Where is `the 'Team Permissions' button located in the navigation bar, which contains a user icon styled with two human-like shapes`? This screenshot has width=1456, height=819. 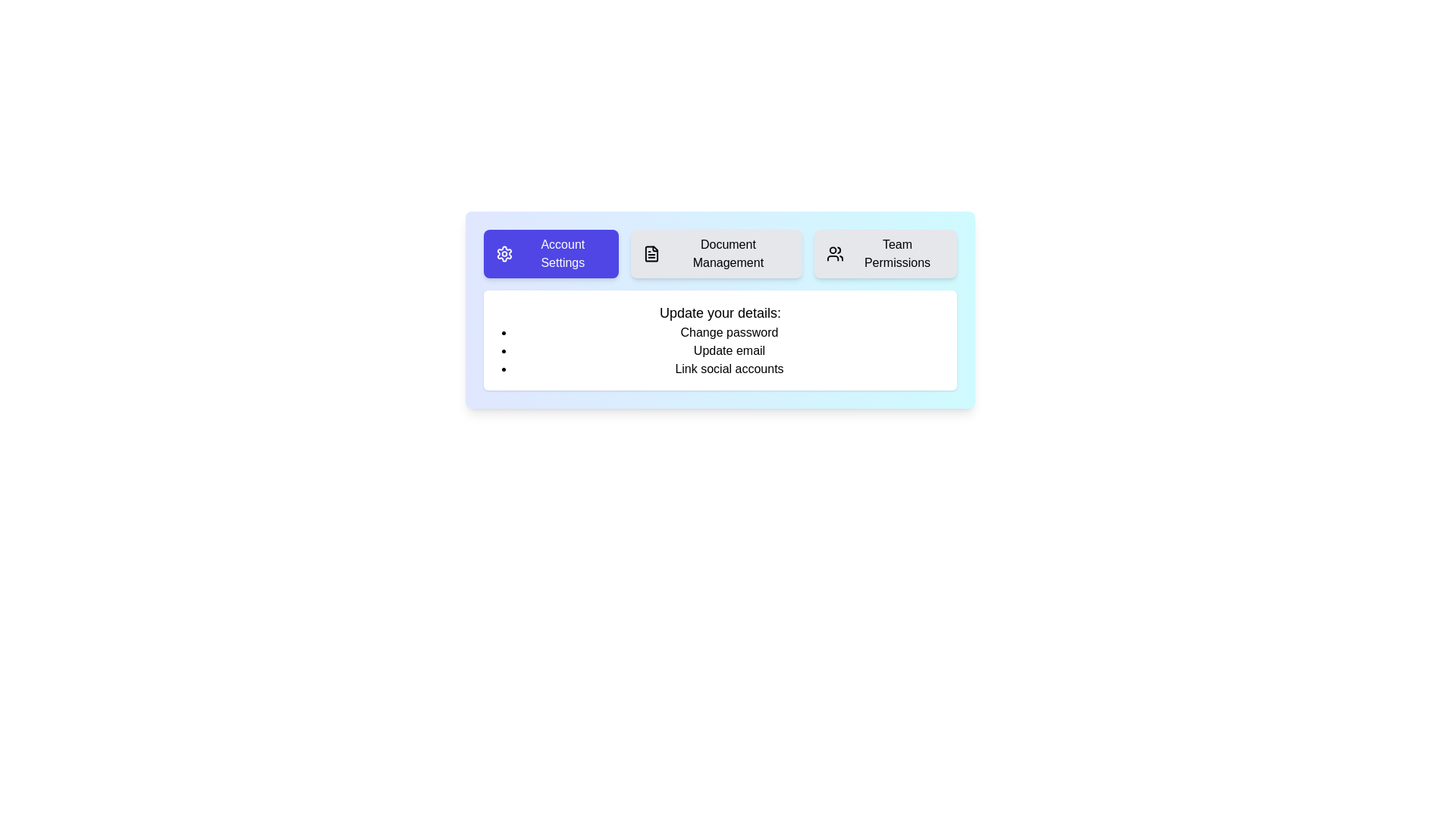 the 'Team Permissions' button located in the navigation bar, which contains a user icon styled with two human-like shapes is located at coordinates (834, 253).